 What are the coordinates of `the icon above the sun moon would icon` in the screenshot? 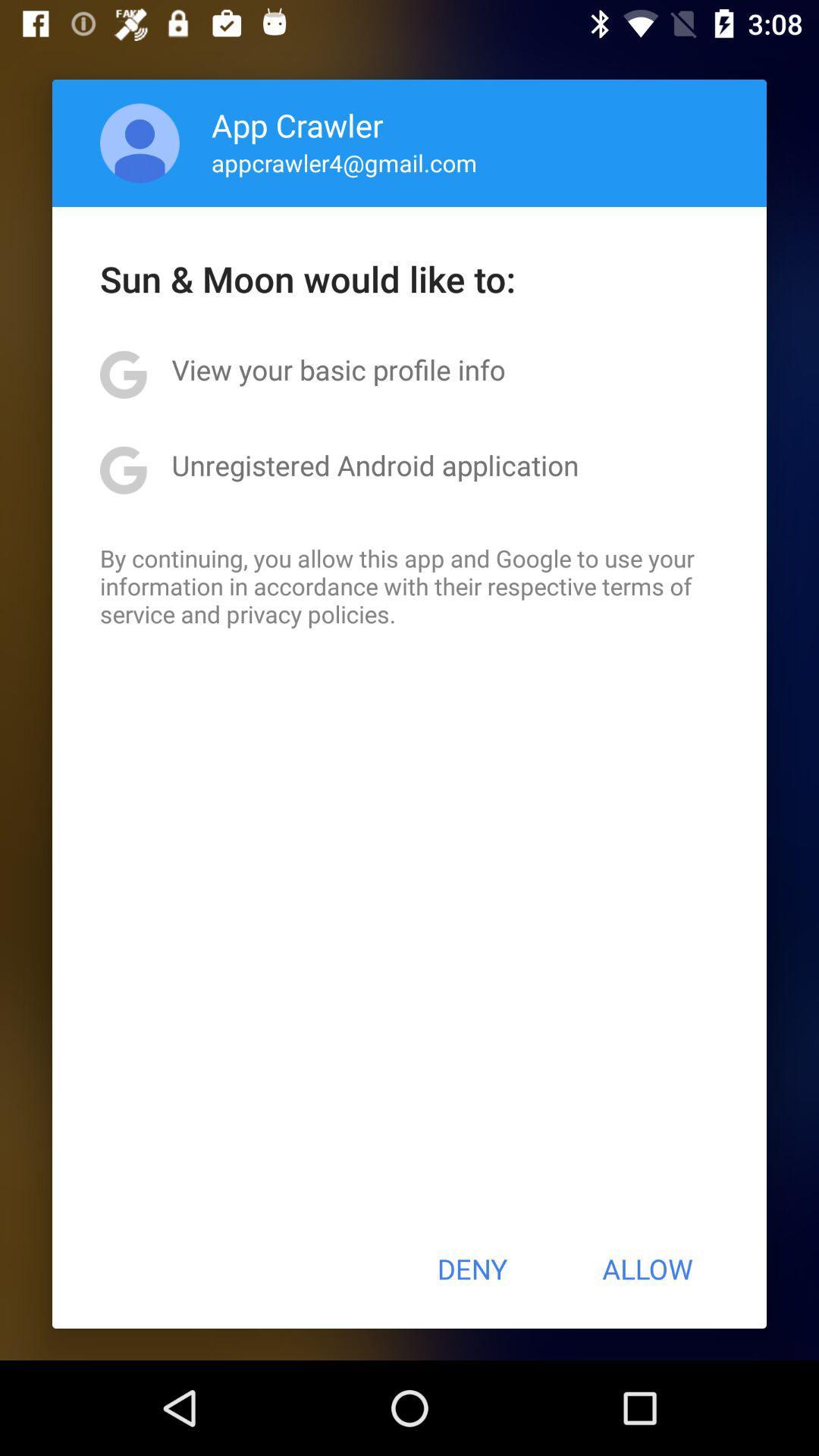 It's located at (344, 162).